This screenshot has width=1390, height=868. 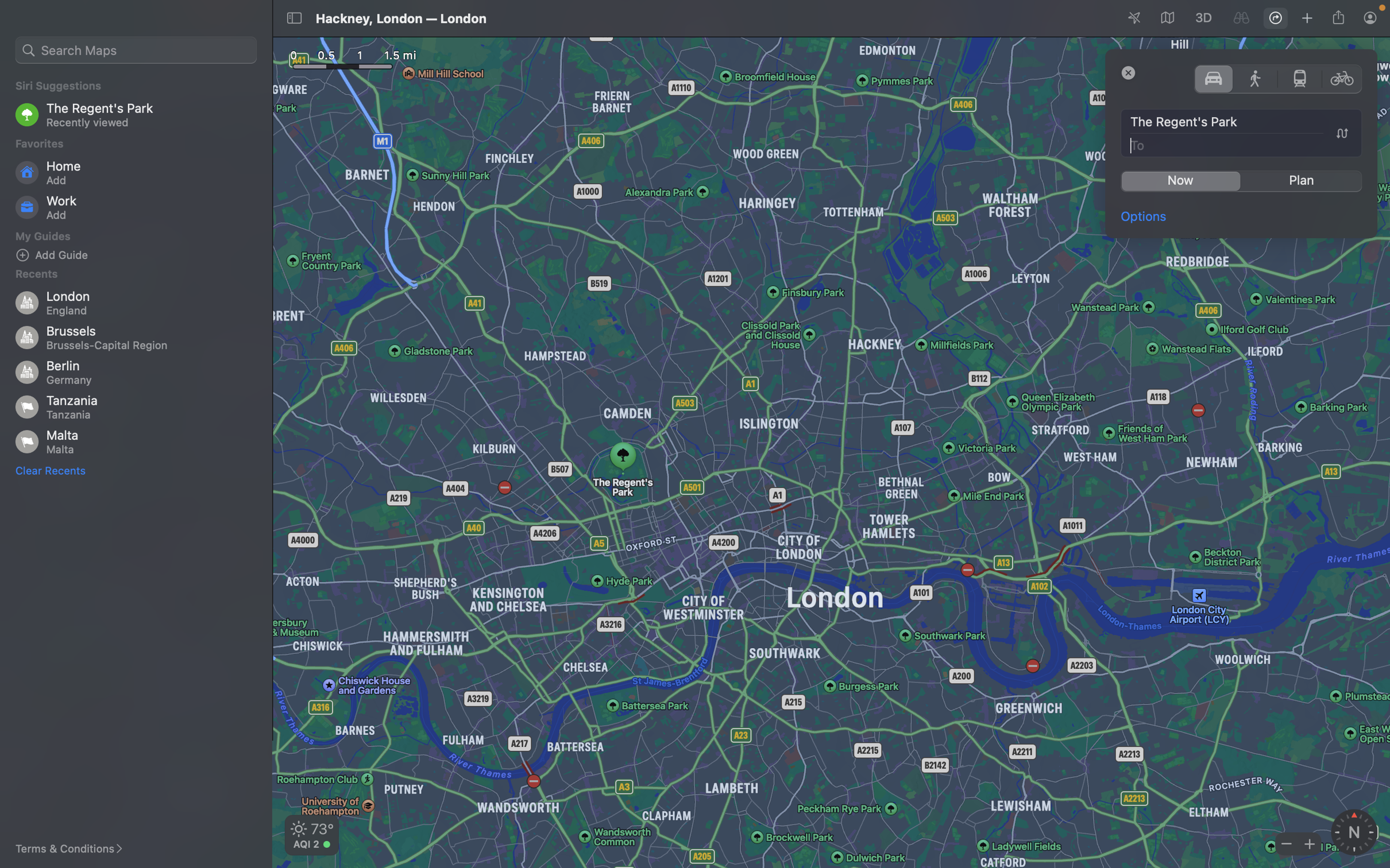 What do you see at coordinates (1242, 144) in the screenshot?
I see `the destination as the the Big Ben` at bounding box center [1242, 144].